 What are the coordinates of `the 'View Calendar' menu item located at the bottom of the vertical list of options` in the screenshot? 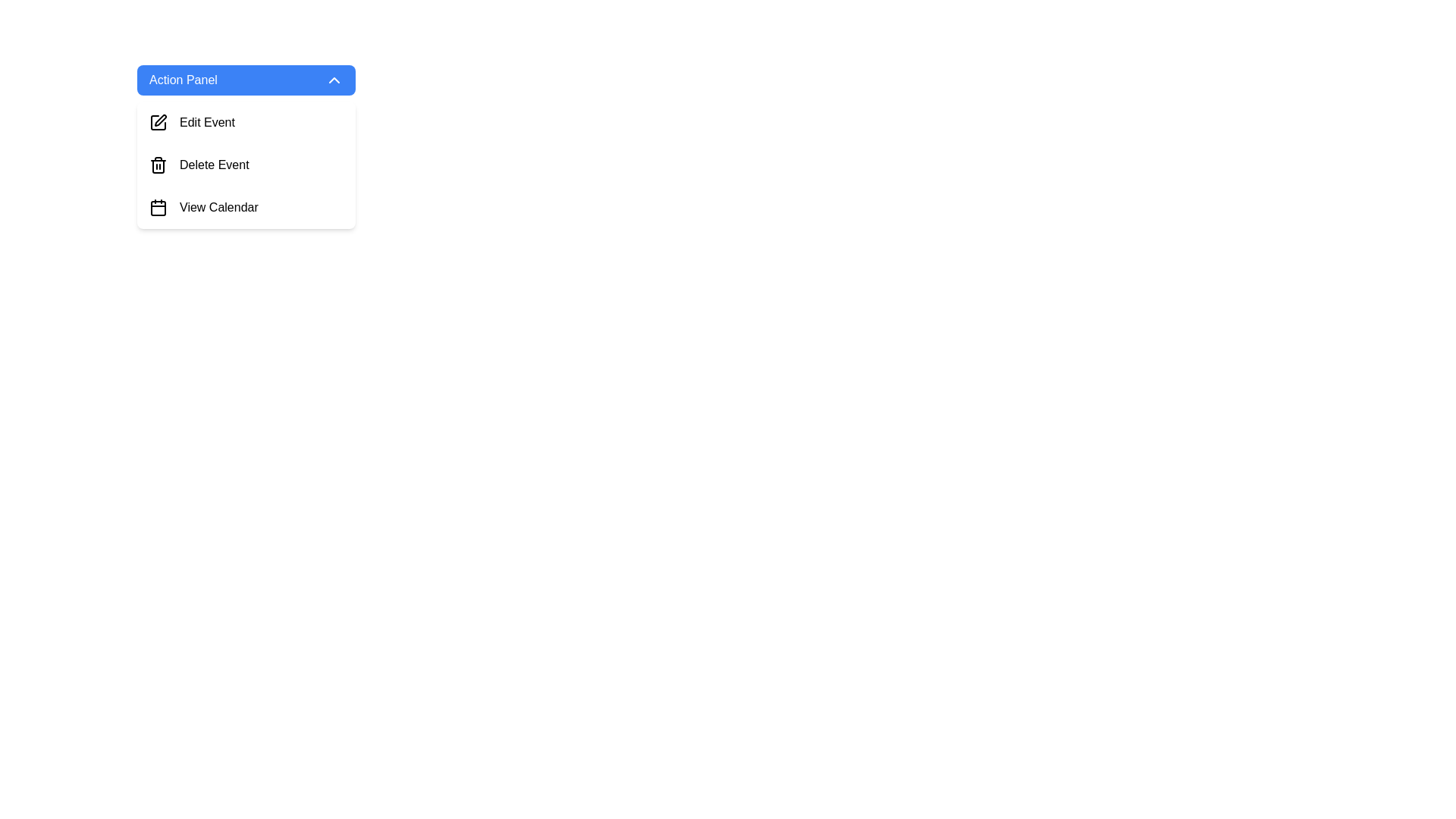 It's located at (218, 207).